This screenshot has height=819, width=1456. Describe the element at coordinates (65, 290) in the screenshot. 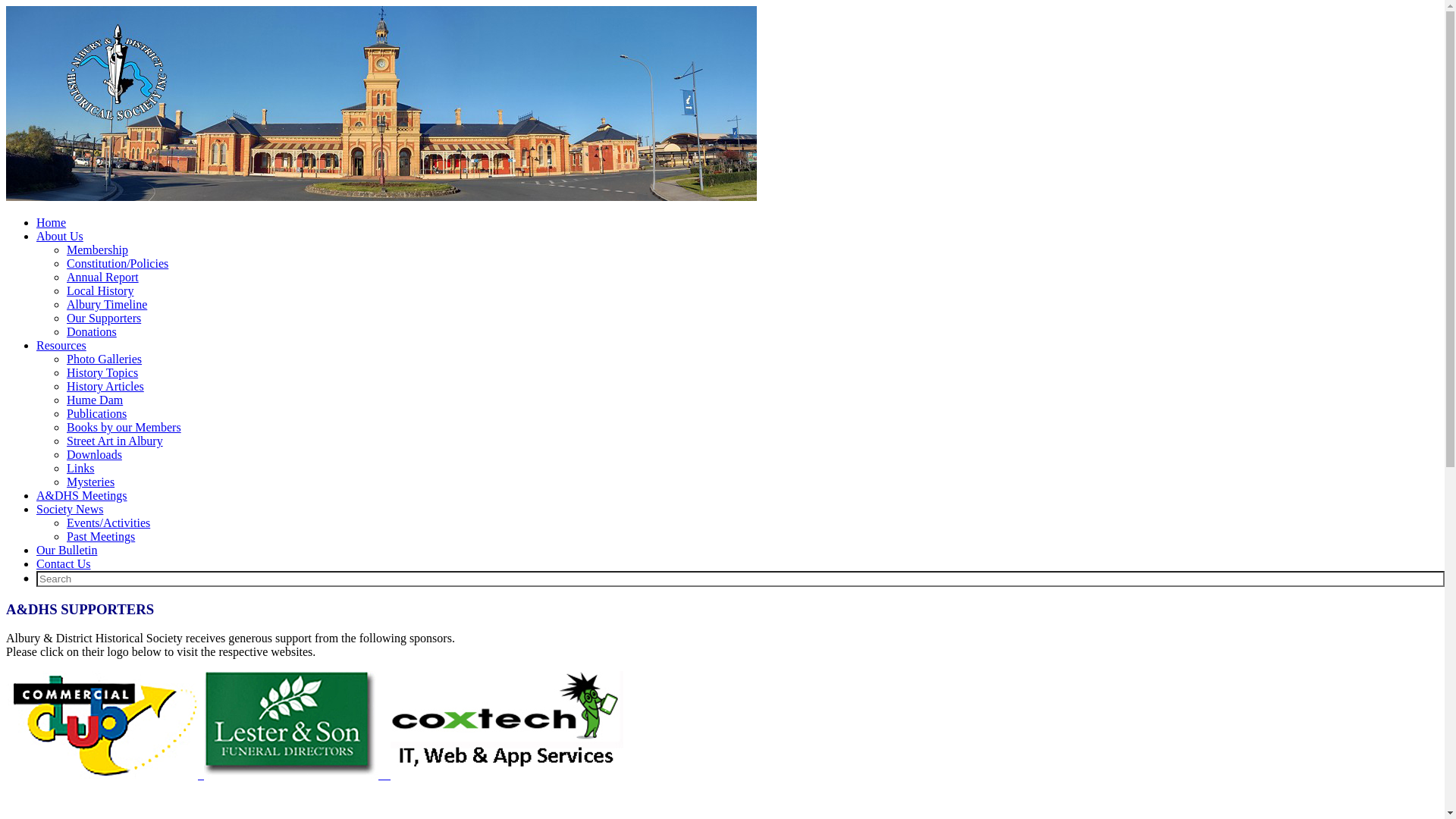

I see `'Local History'` at that location.